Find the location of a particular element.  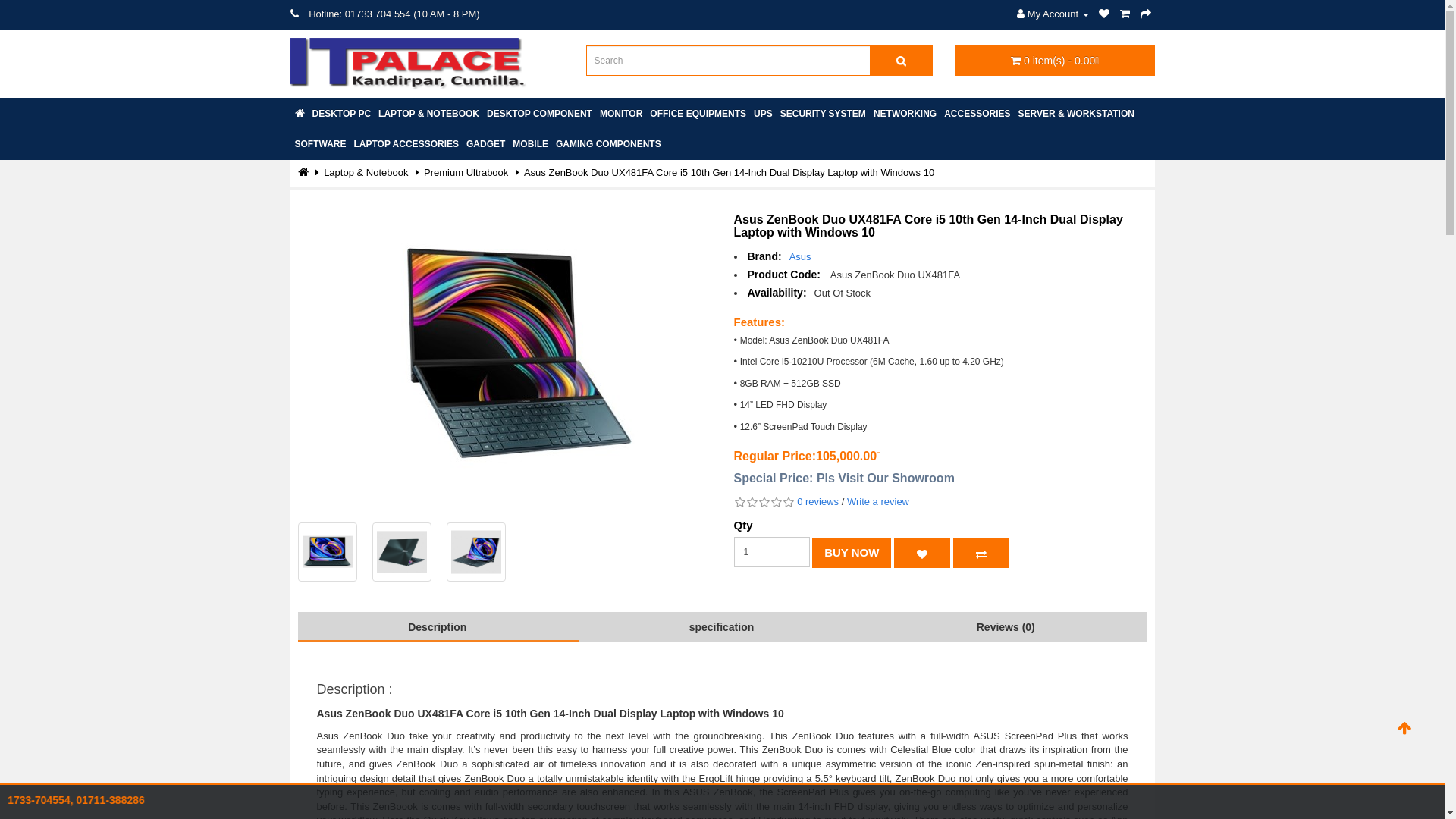

'0 reviews' is located at coordinates (796, 501).